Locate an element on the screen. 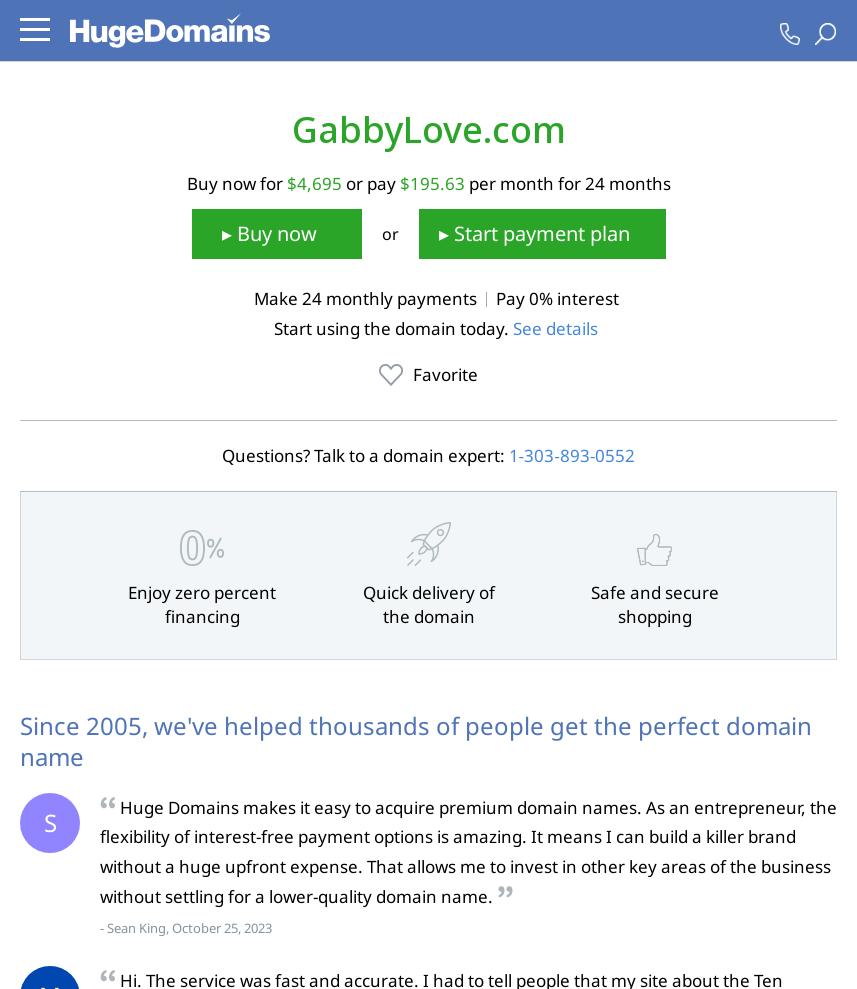 This screenshot has width=857, height=989. 'Pay 0% interest' is located at coordinates (556, 298).